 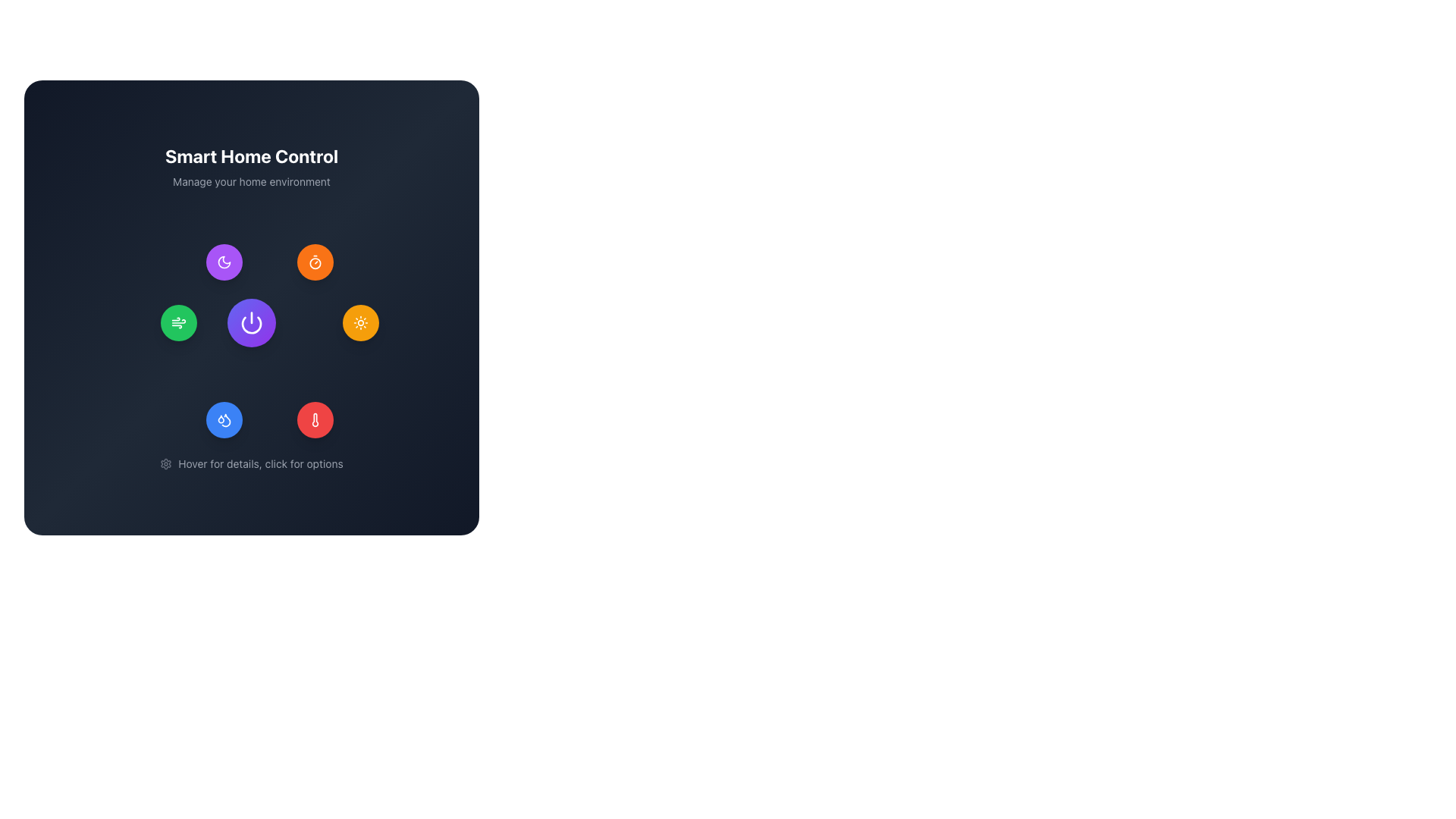 What do you see at coordinates (166, 463) in the screenshot?
I see `the gear-like icon representing settings or configurations located at the bottom center of the interface` at bounding box center [166, 463].